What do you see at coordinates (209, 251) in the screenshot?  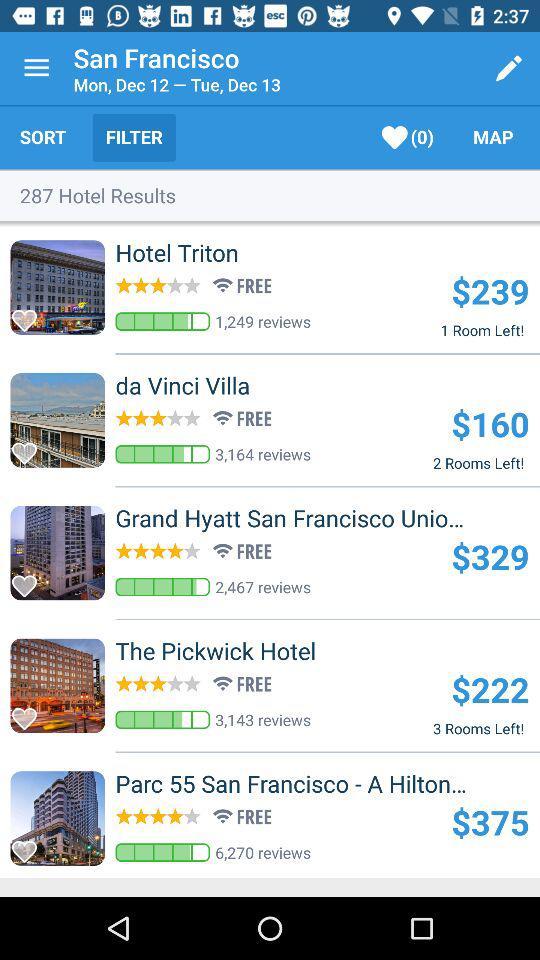 I see `hotel triton item` at bounding box center [209, 251].